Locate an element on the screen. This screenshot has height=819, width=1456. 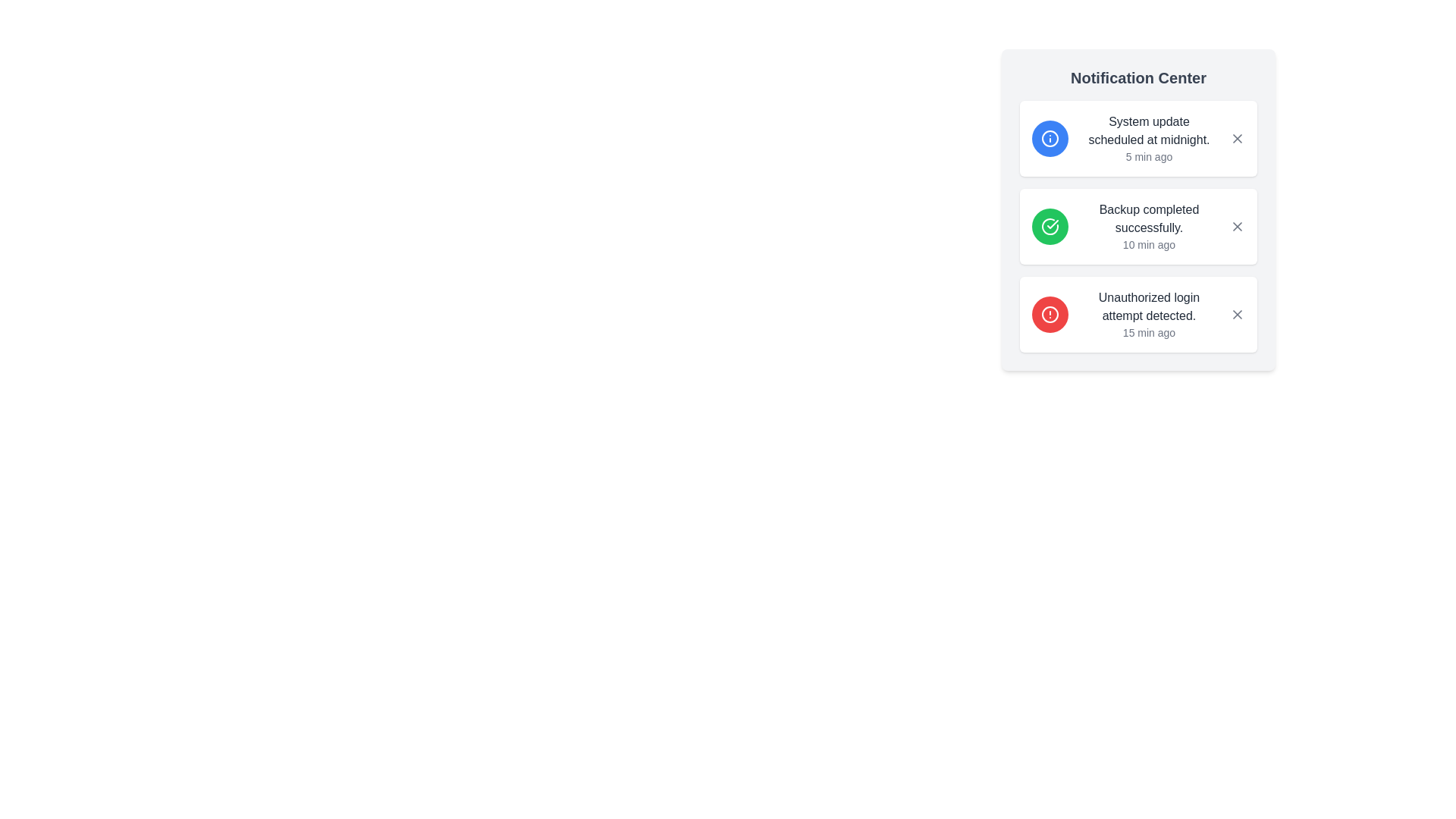
notification message displayed in the middle notification card of the Notification Center, which indicates that a recent backup operation was successfully completed, along with the timestamp '10 min ago' is located at coordinates (1149, 227).